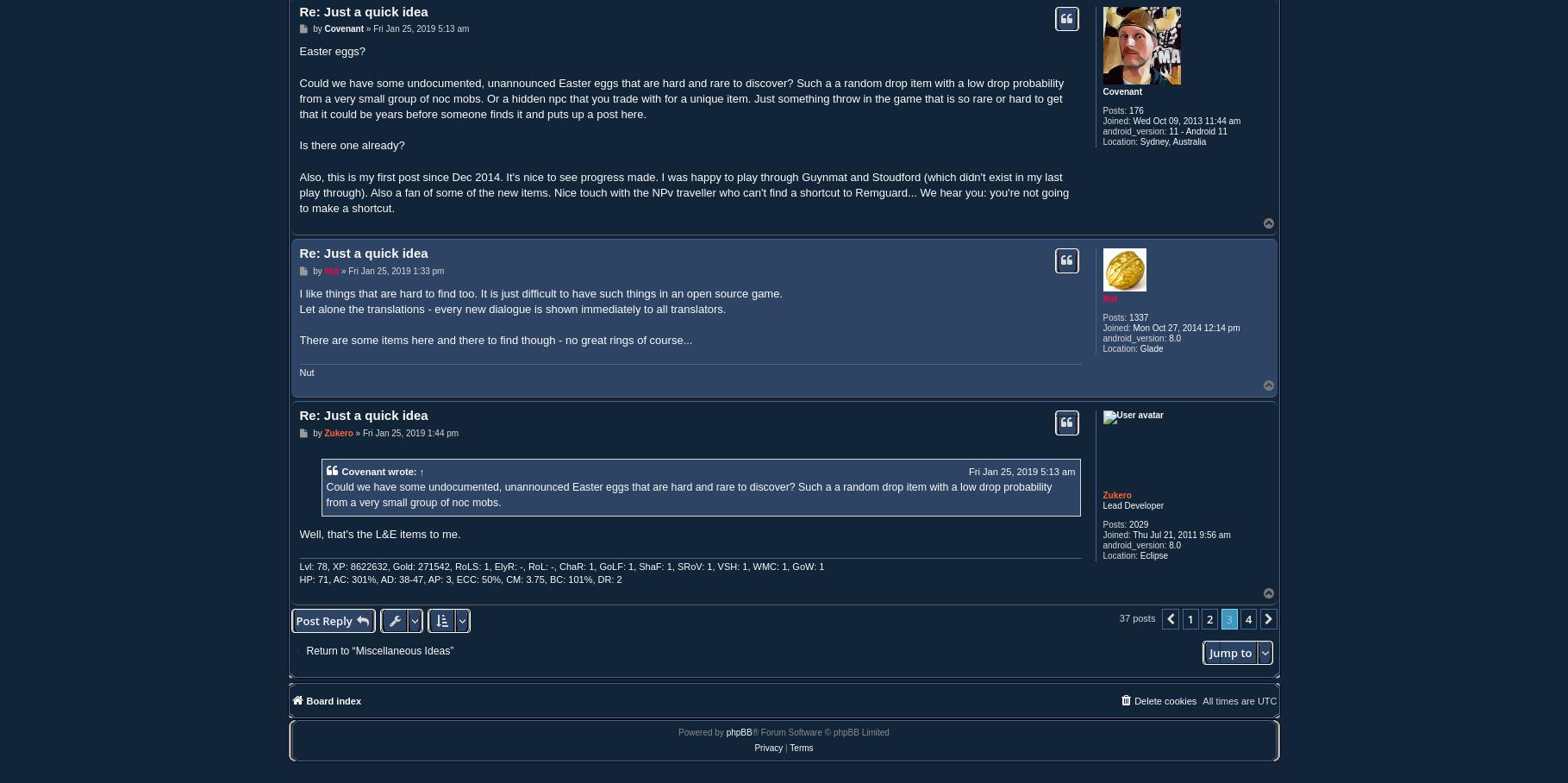  What do you see at coordinates (1136, 317) in the screenshot?
I see `'1337'` at bounding box center [1136, 317].